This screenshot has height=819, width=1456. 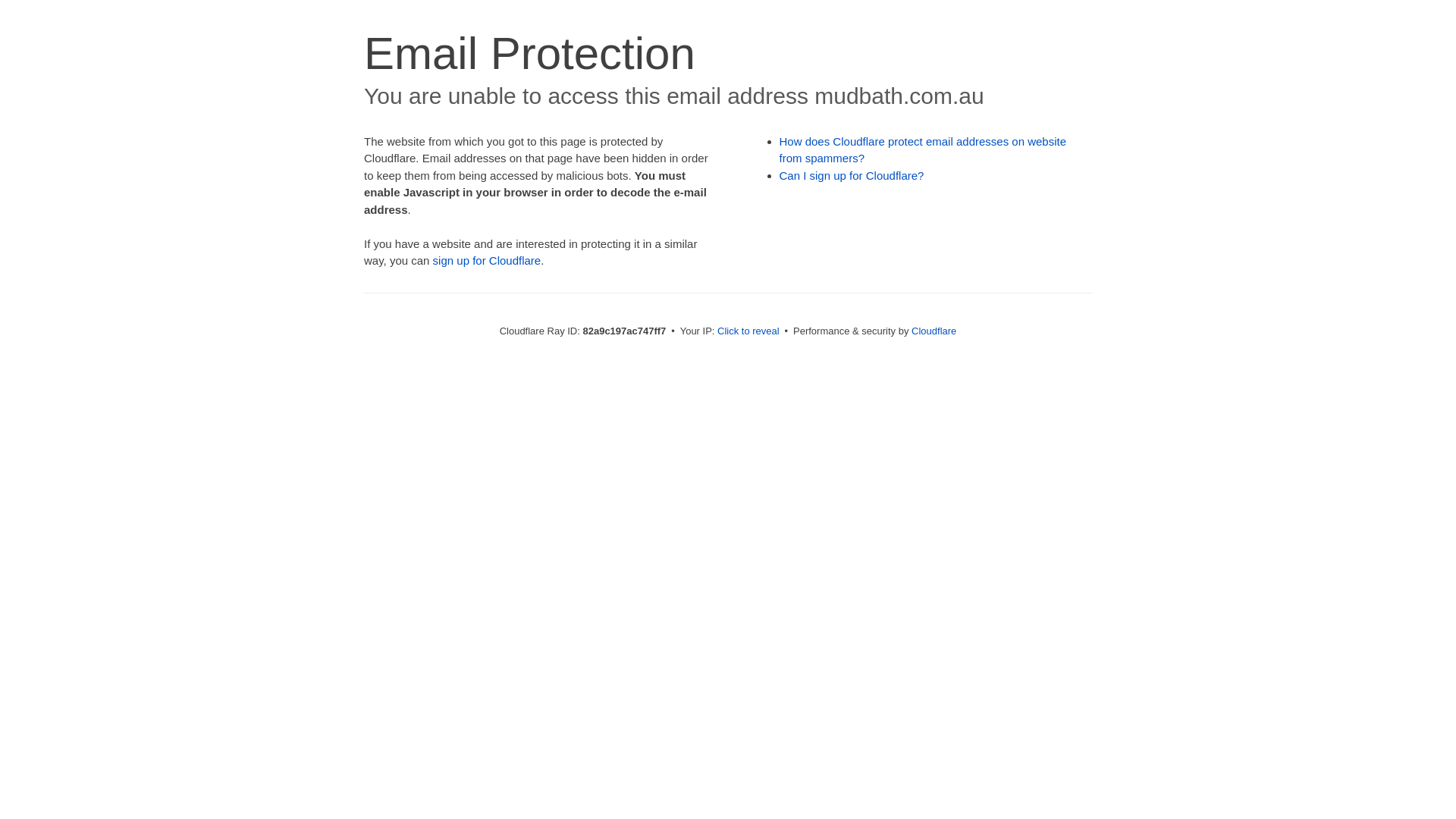 What do you see at coordinates (852, 174) in the screenshot?
I see `'Can I sign up for Cloudflare?'` at bounding box center [852, 174].